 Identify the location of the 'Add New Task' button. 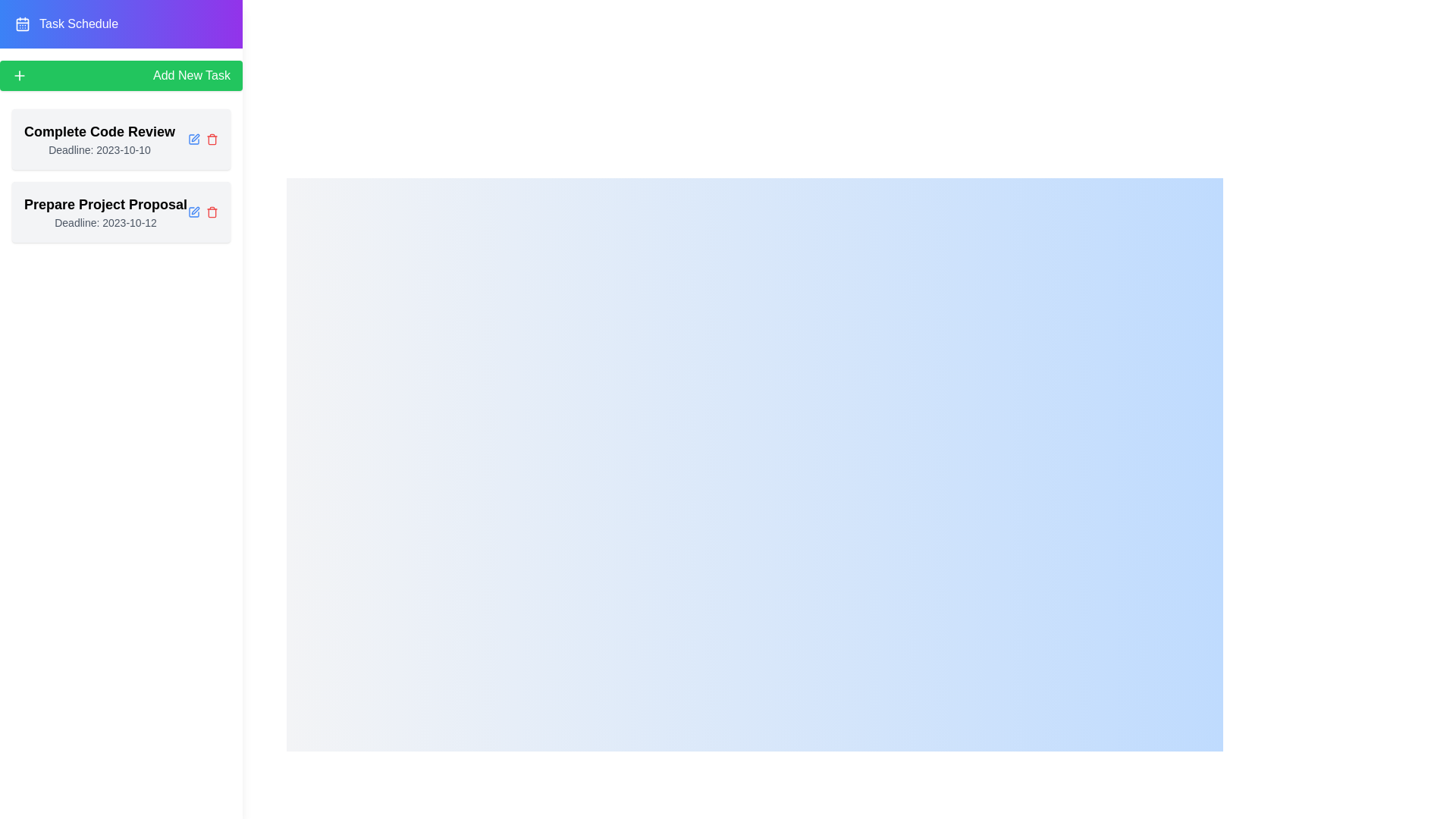
(120, 76).